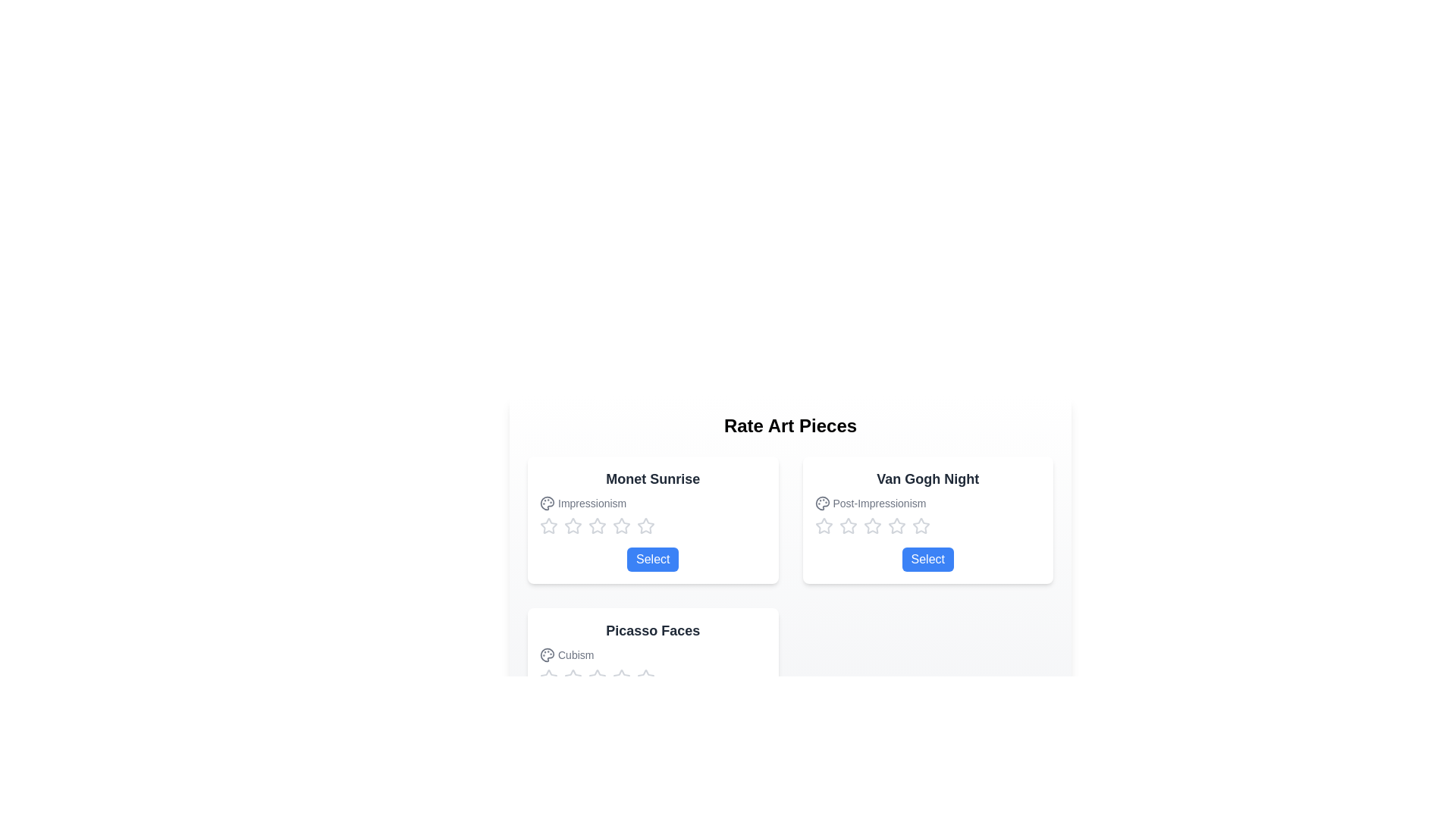  Describe the element at coordinates (920, 526) in the screenshot. I see `the fourth star icon in the rating system under the 'Van Gogh Night' card` at that location.